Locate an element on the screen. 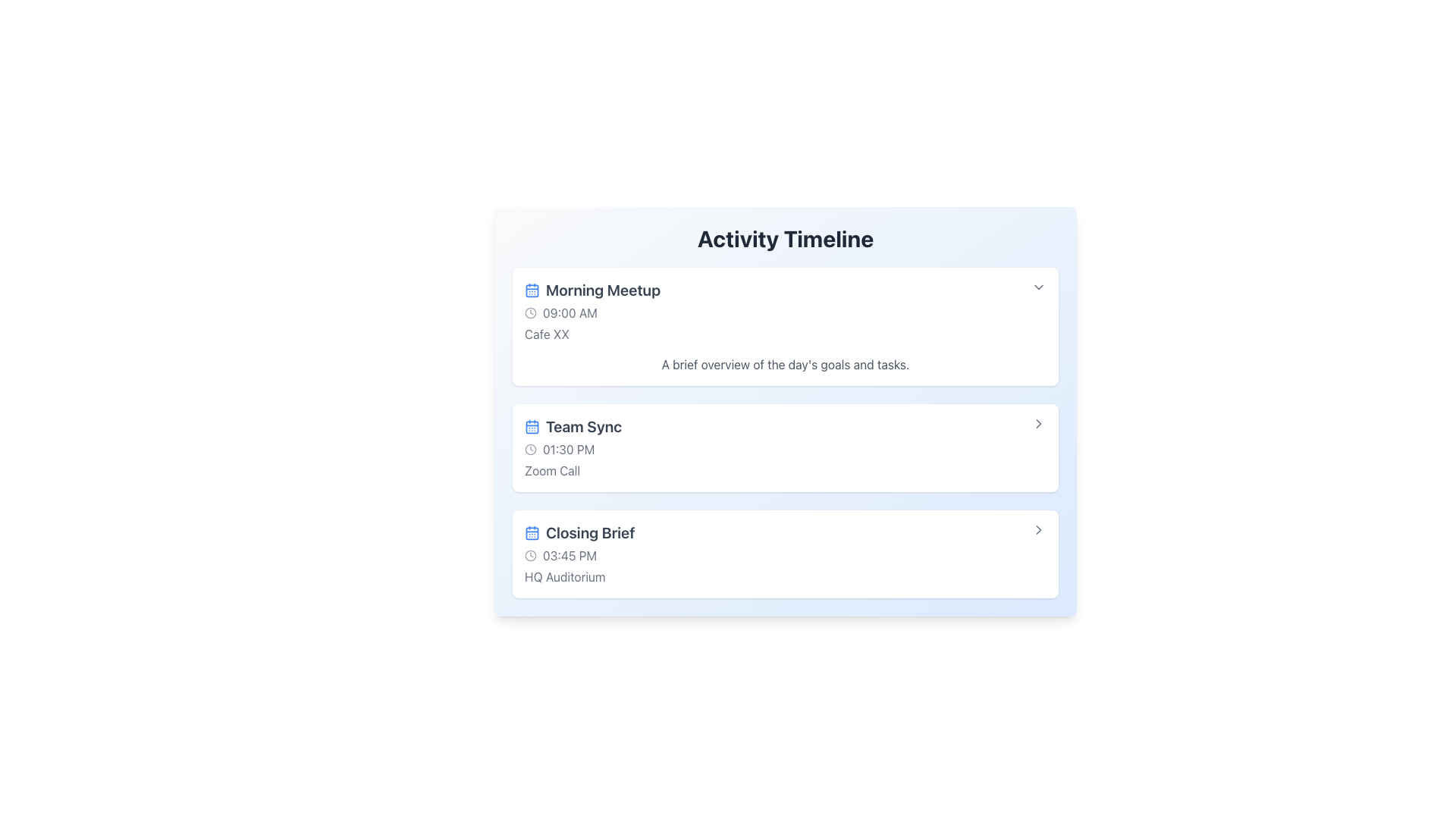 The width and height of the screenshot is (1456, 819). the circular graphical icon element associated with the 'Closing Brief' activity near the clock icon displaying '03:45 PM' is located at coordinates (531, 555).